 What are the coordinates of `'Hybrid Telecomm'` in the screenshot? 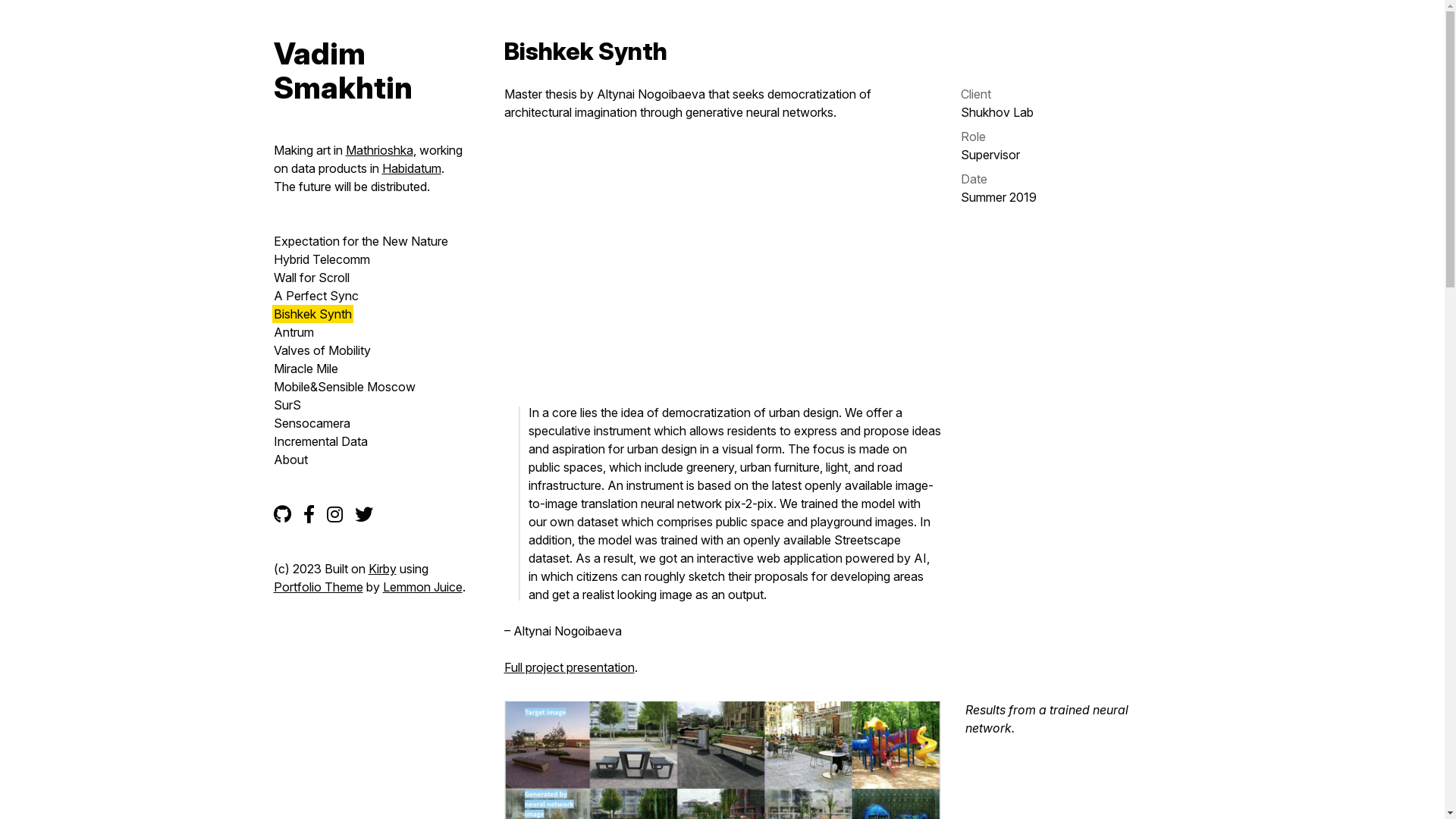 It's located at (320, 259).